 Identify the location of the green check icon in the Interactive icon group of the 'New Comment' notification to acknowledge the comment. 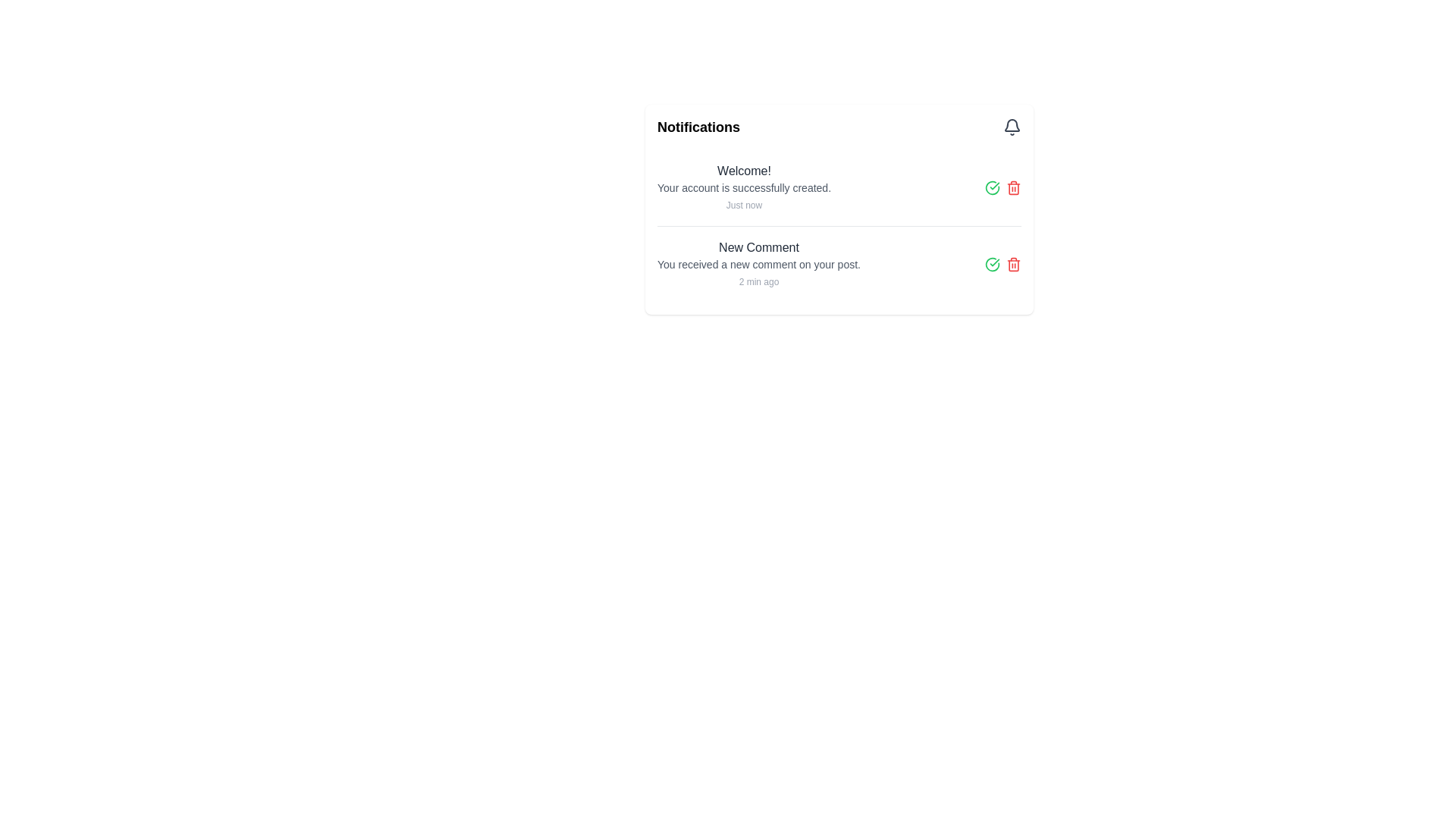
(1003, 263).